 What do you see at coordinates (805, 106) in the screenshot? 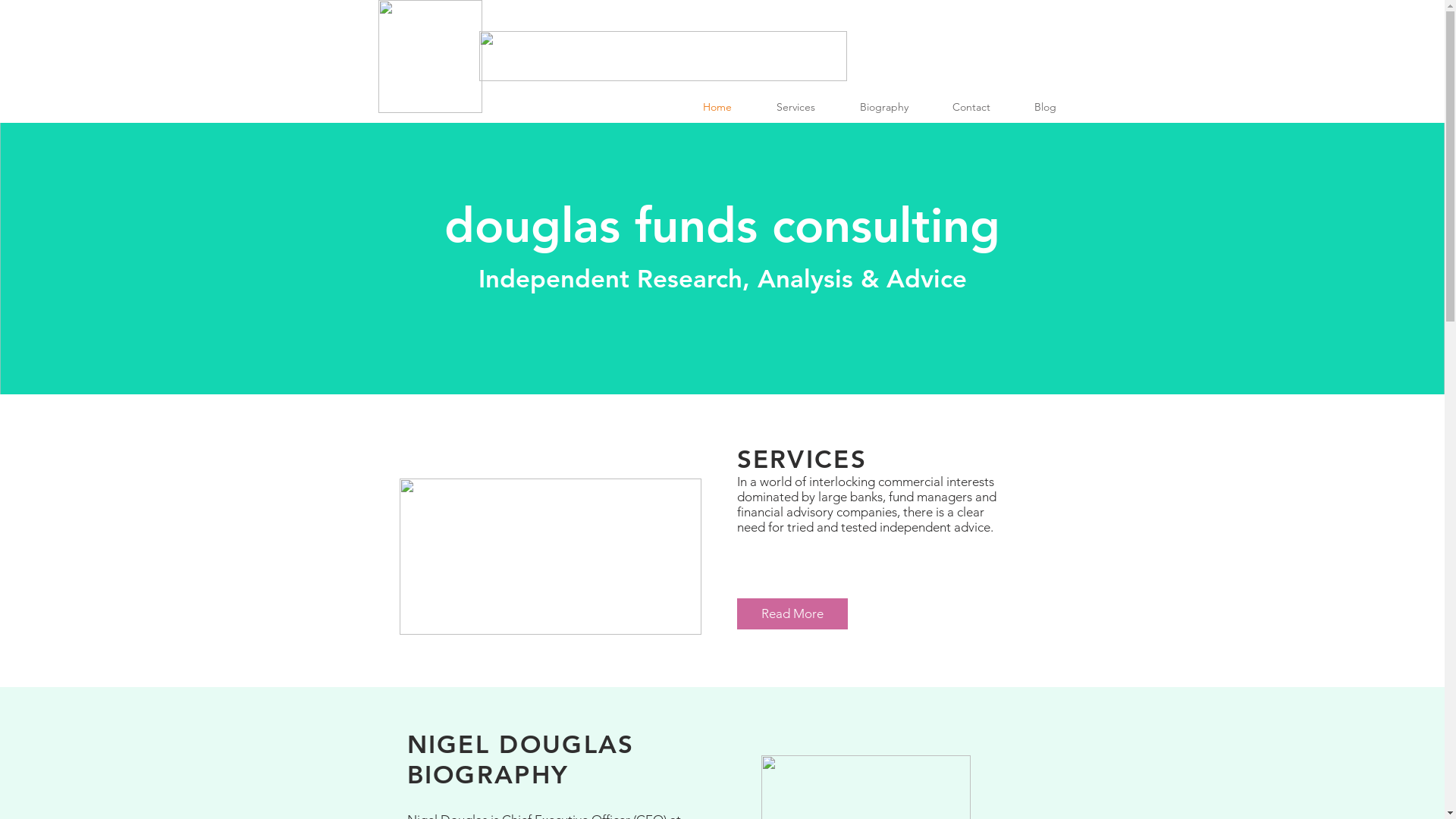
I see `'Services'` at bounding box center [805, 106].